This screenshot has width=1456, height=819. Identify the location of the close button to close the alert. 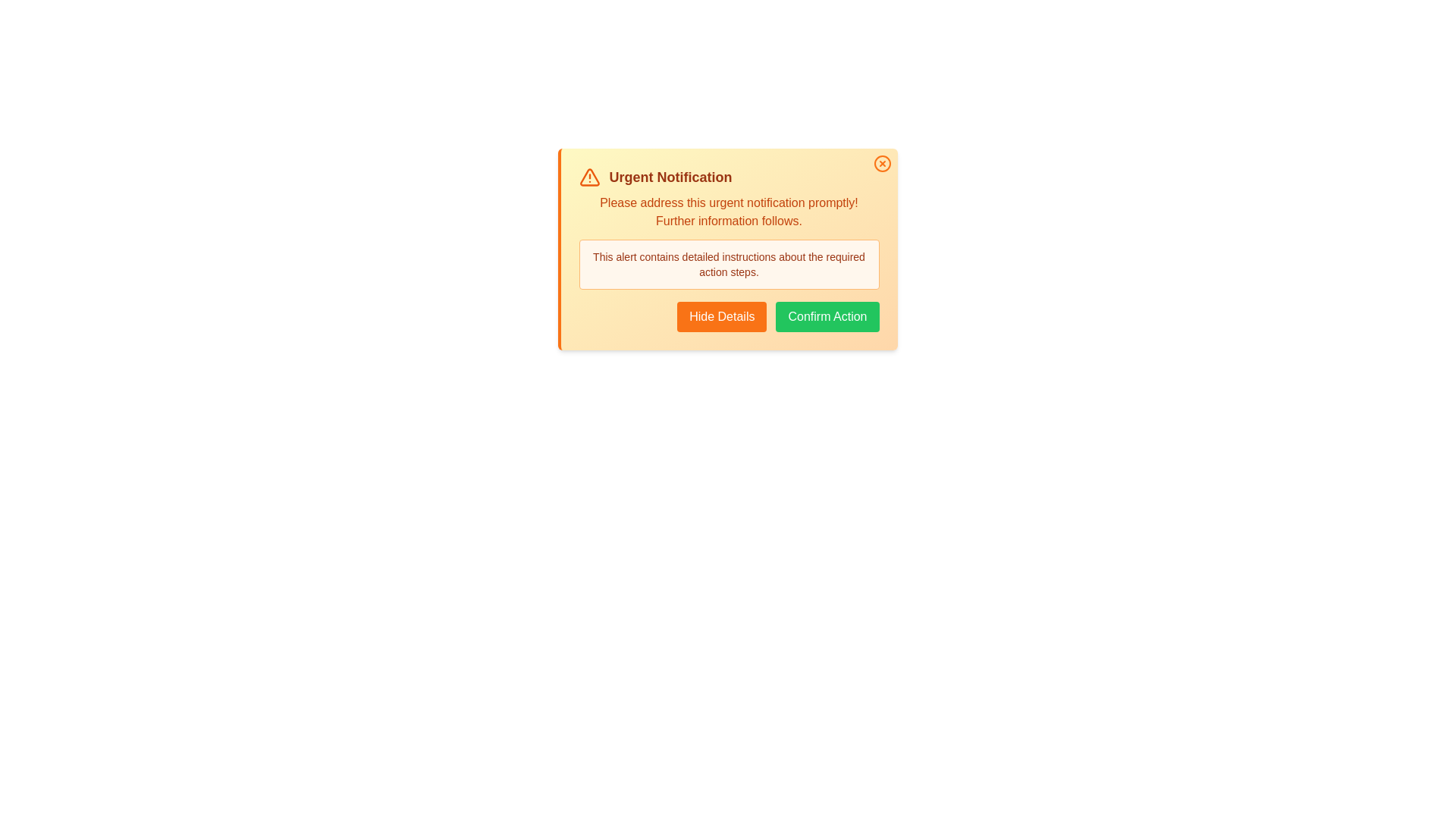
(882, 164).